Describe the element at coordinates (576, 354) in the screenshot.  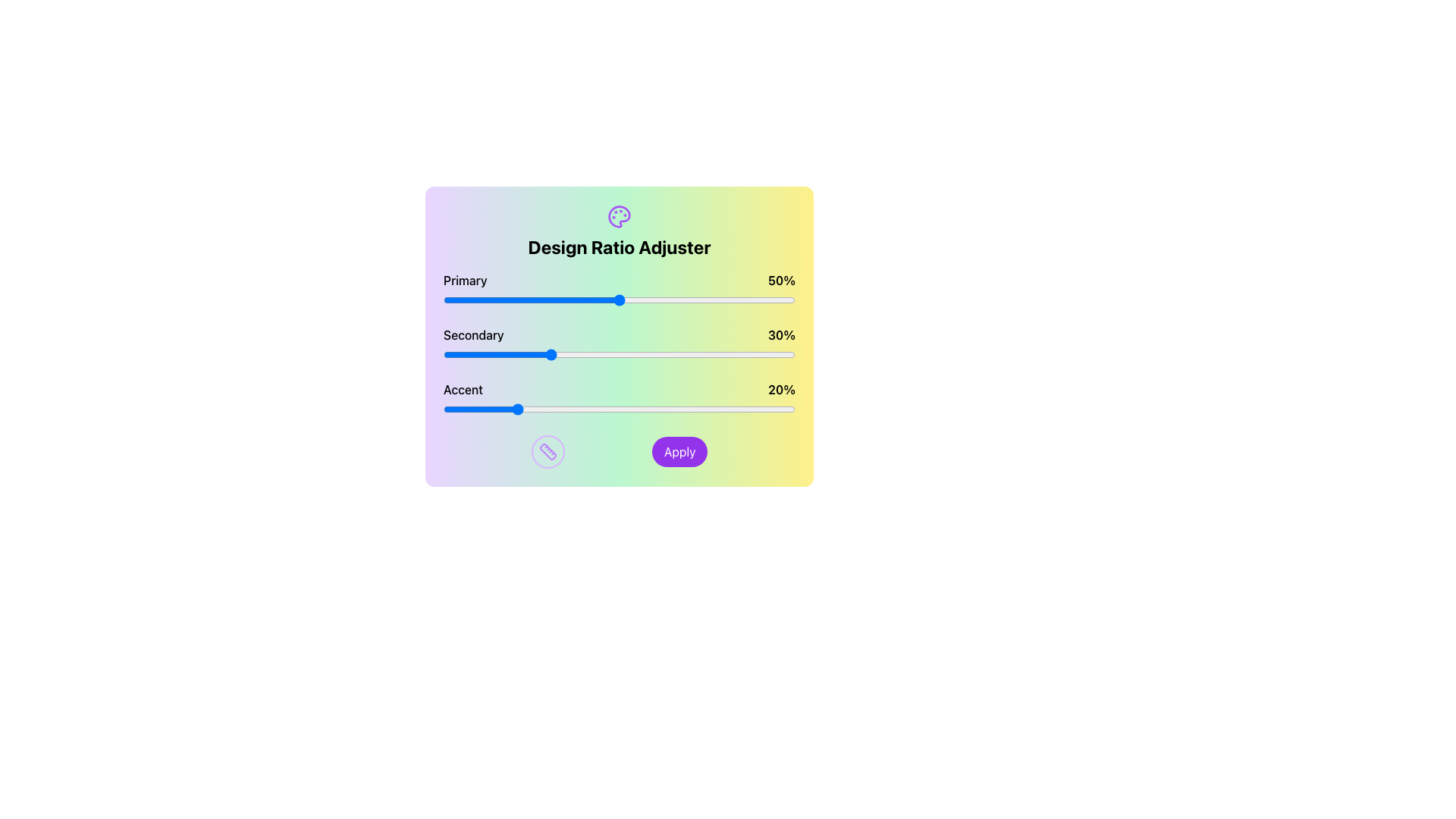
I see `the slider` at that location.